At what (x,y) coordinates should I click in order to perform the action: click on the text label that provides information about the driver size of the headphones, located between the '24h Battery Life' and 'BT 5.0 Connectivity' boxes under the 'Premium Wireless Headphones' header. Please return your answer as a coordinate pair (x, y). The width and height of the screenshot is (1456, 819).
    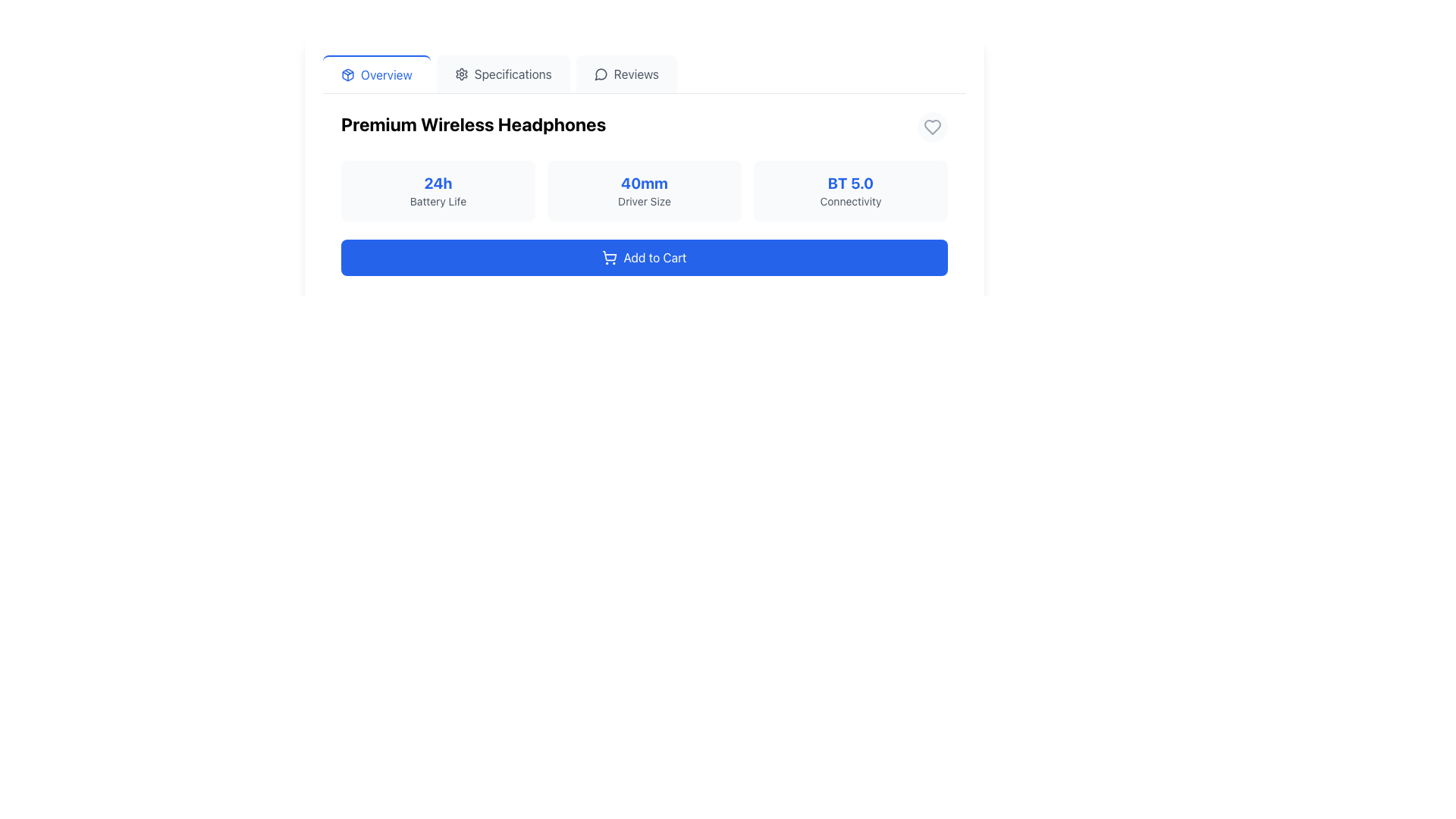
    Looking at the image, I should click on (644, 190).